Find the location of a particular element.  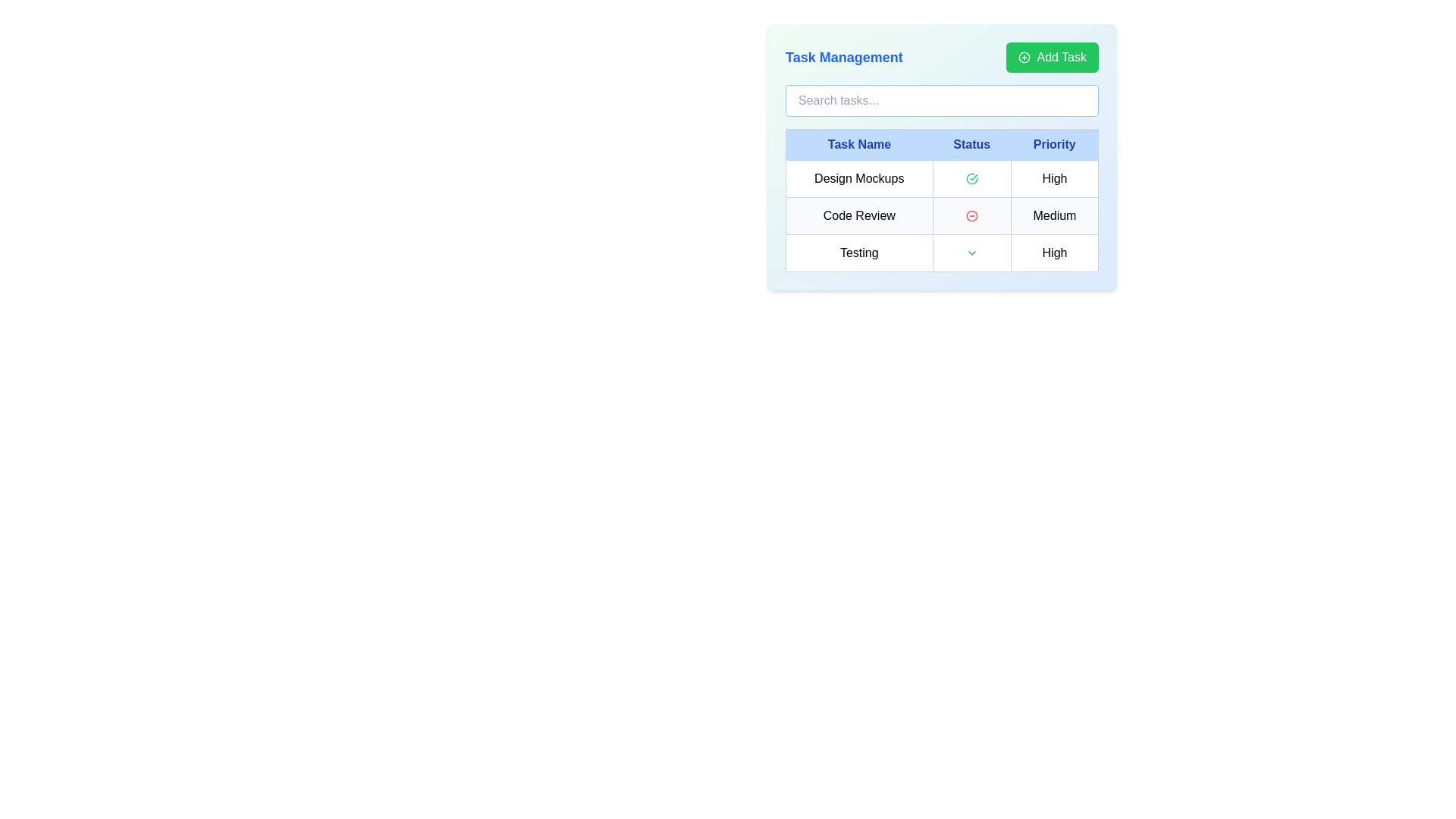

the first row of the task table is located at coordinates (941, 177).